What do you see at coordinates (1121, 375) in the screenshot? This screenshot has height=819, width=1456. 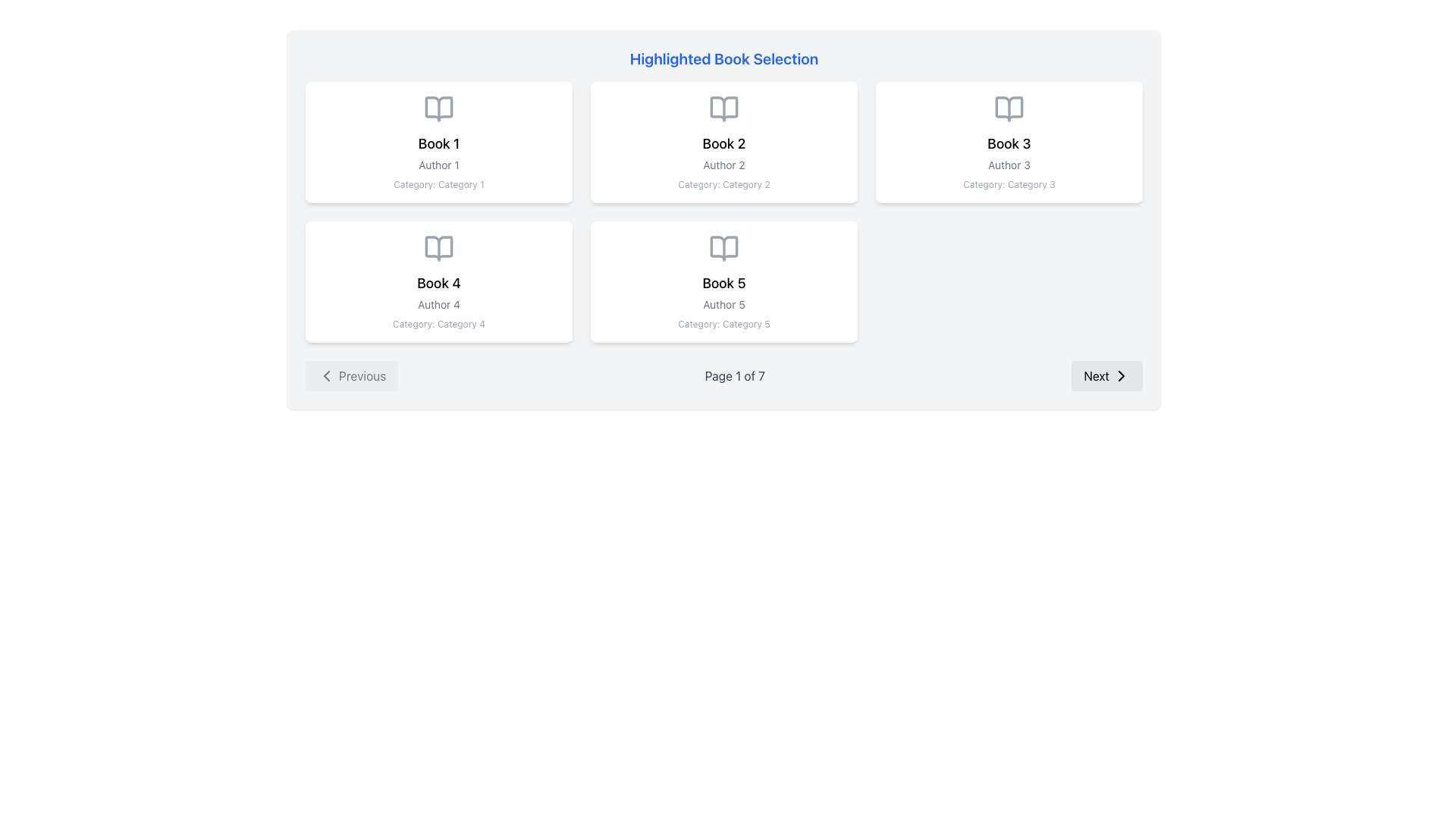 I see `the right-oriented chevron icon within the 'Next' button` at bounding box center [1121, 375].